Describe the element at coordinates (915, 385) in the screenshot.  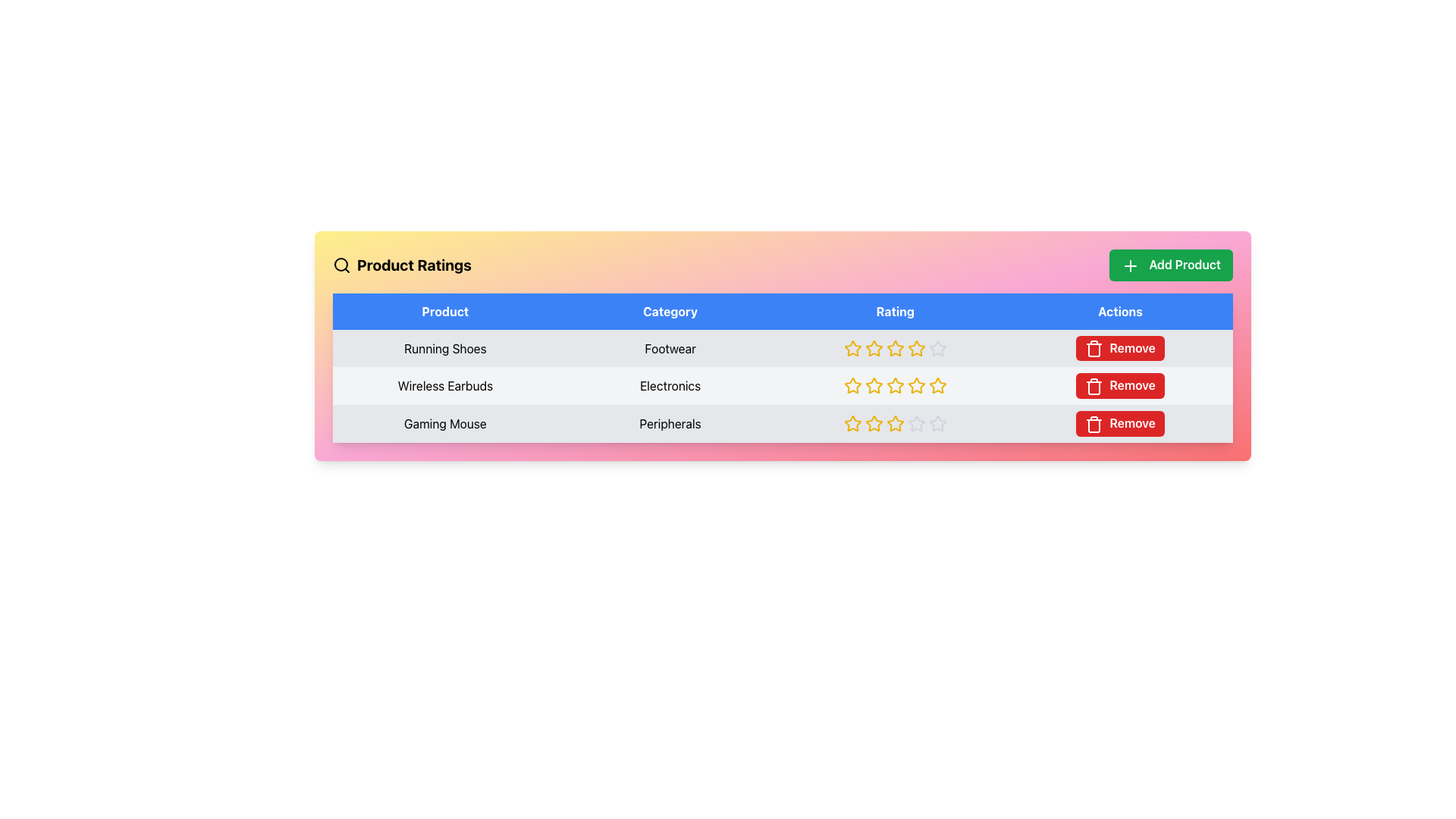
I see `the fifth star icon in the 'Rating' column for 'Wireless Earbuds', which is a hollow star with a yellow border` at that location.